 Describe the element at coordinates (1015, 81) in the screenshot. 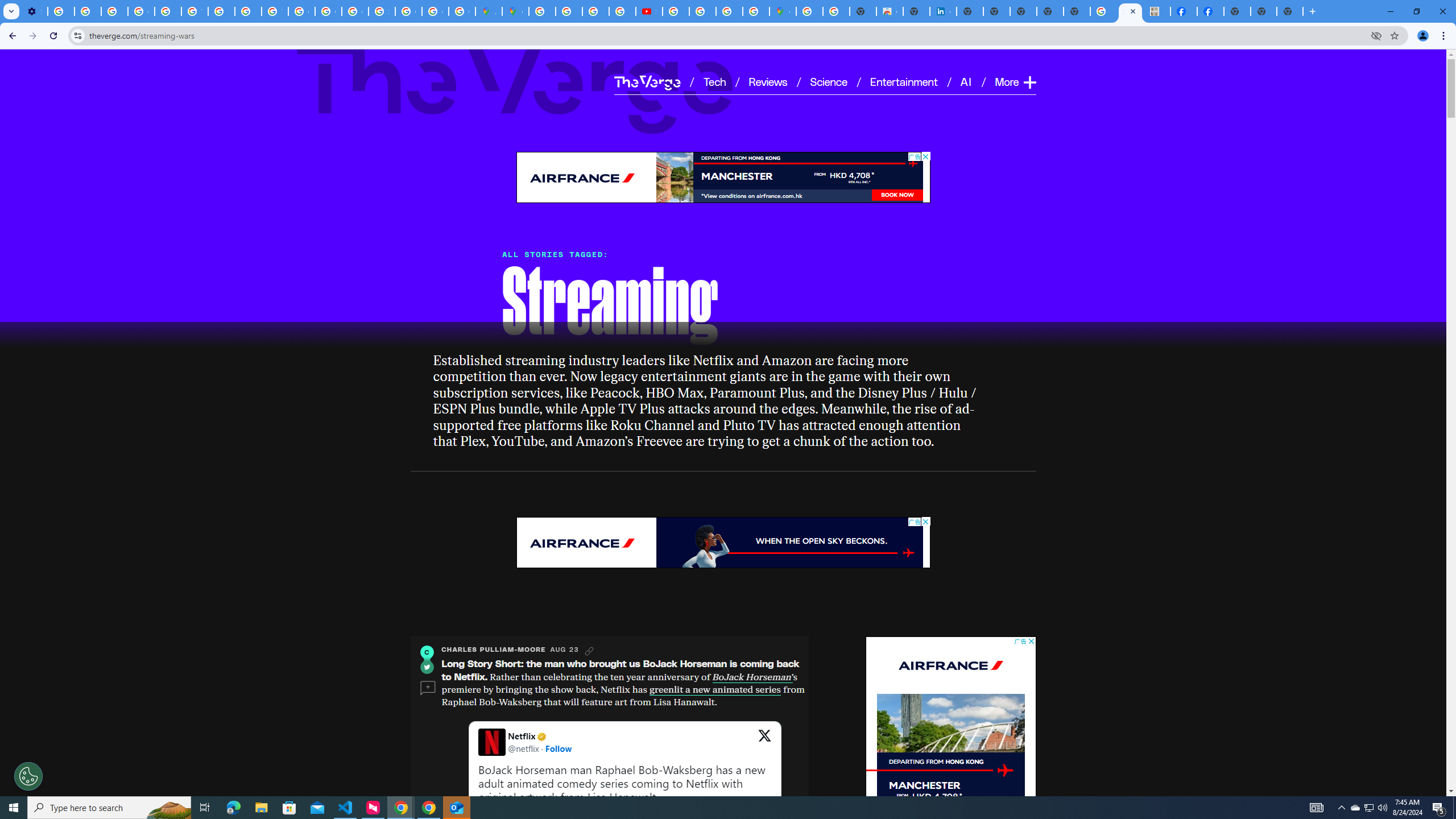

I see `'More Expand'` at that location.